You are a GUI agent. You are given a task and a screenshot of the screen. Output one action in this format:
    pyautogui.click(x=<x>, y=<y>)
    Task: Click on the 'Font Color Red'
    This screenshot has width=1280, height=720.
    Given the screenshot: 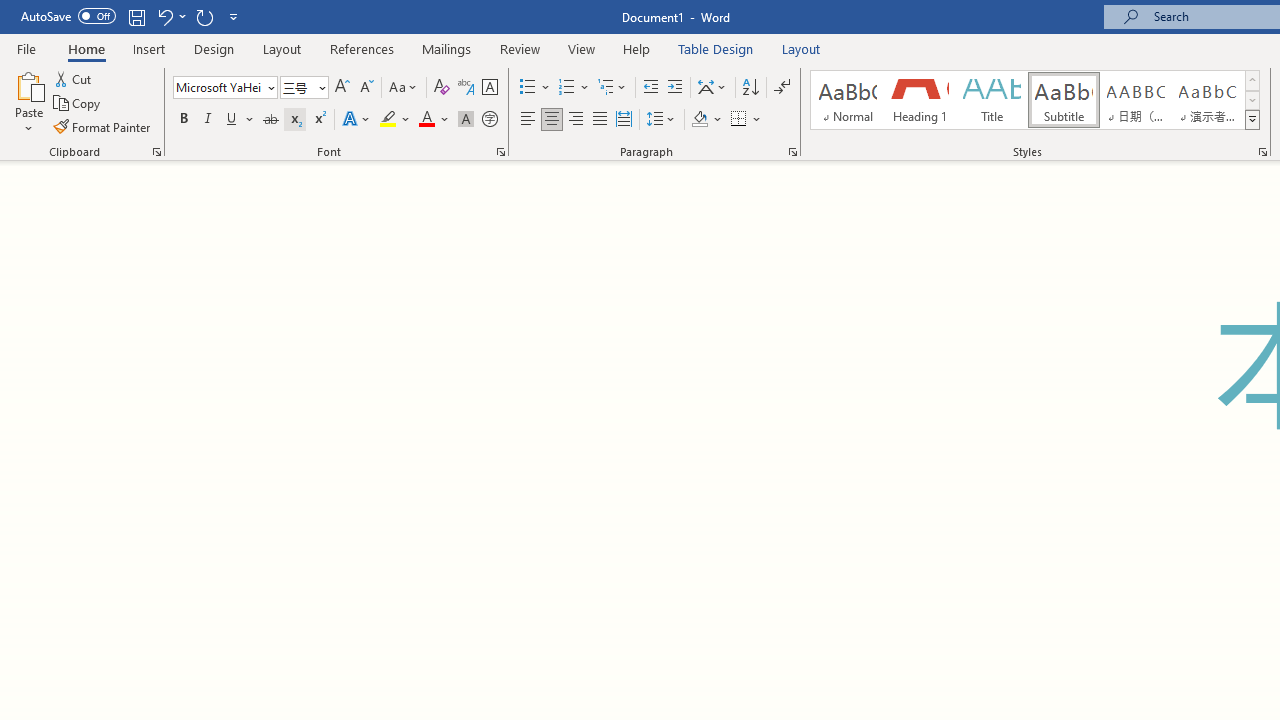 What is the action you would take?
    pyautogui.click(x=425, y=119)
    